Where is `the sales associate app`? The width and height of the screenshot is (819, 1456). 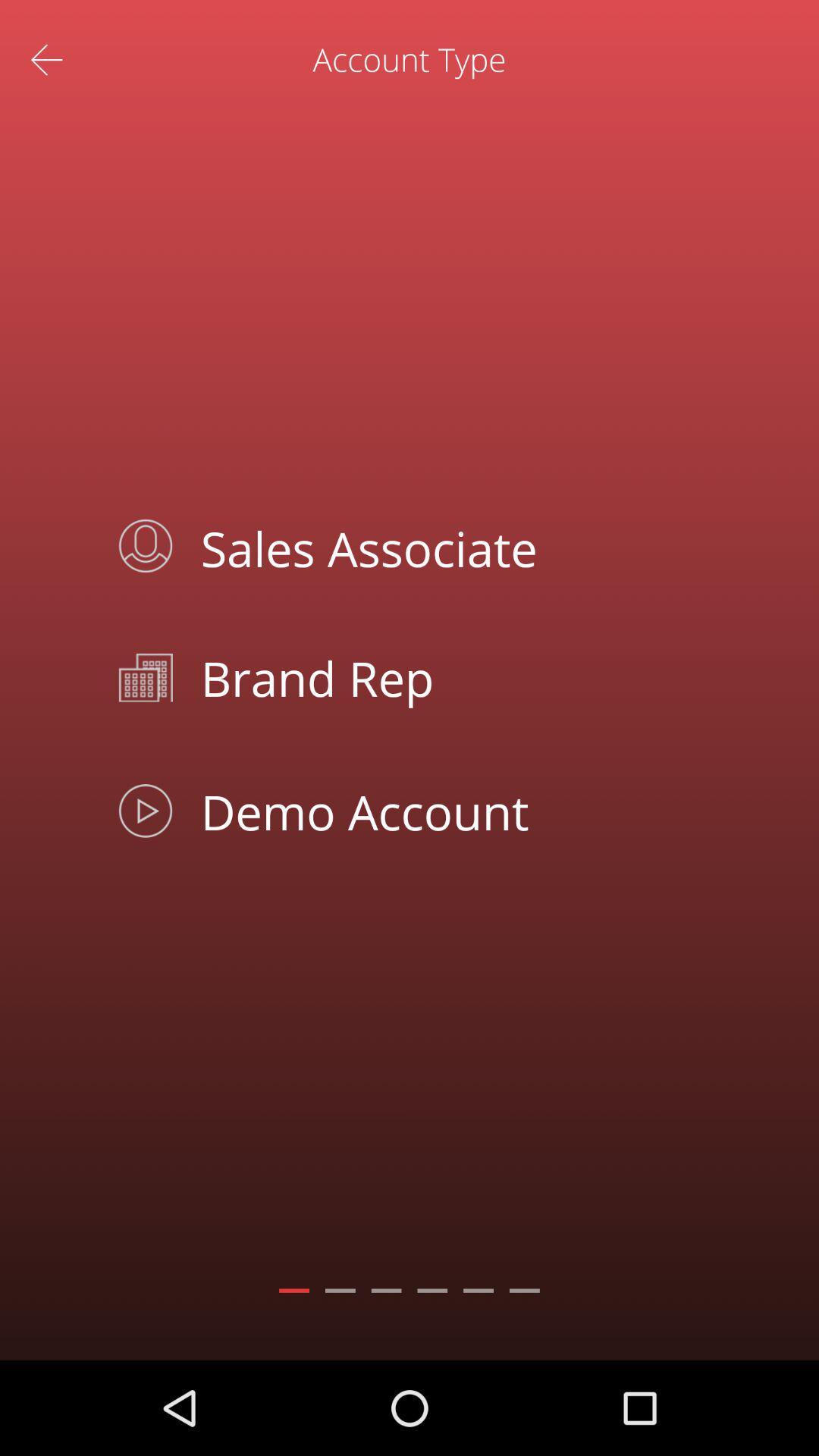 the sales associate app is located at coordinates (444, 546).